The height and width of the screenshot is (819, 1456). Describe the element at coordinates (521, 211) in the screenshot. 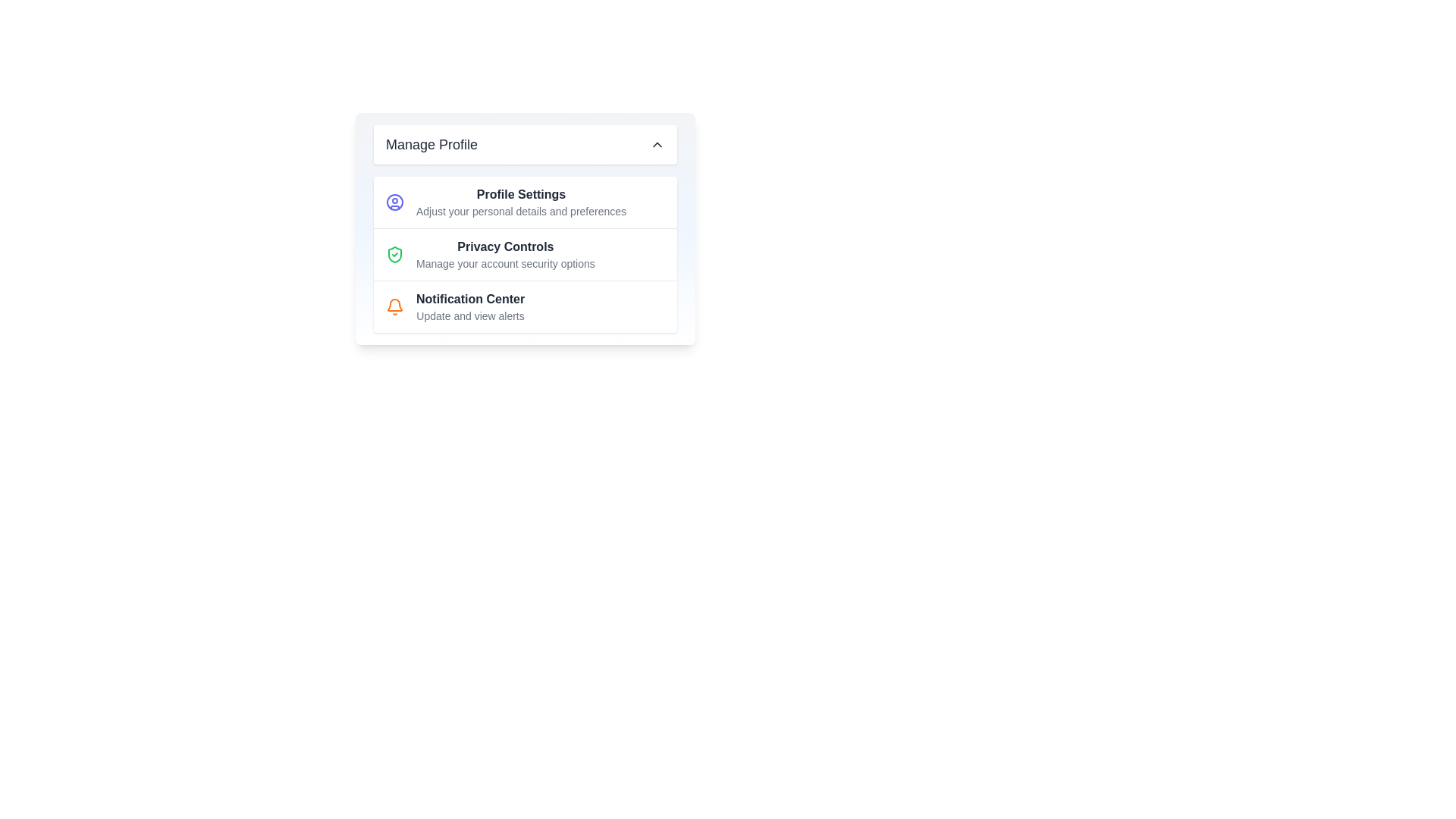

I see `the descriptive text element located beneath the 'Profile Settings' label, which is part of the 'Manage Profile' group` at that location.